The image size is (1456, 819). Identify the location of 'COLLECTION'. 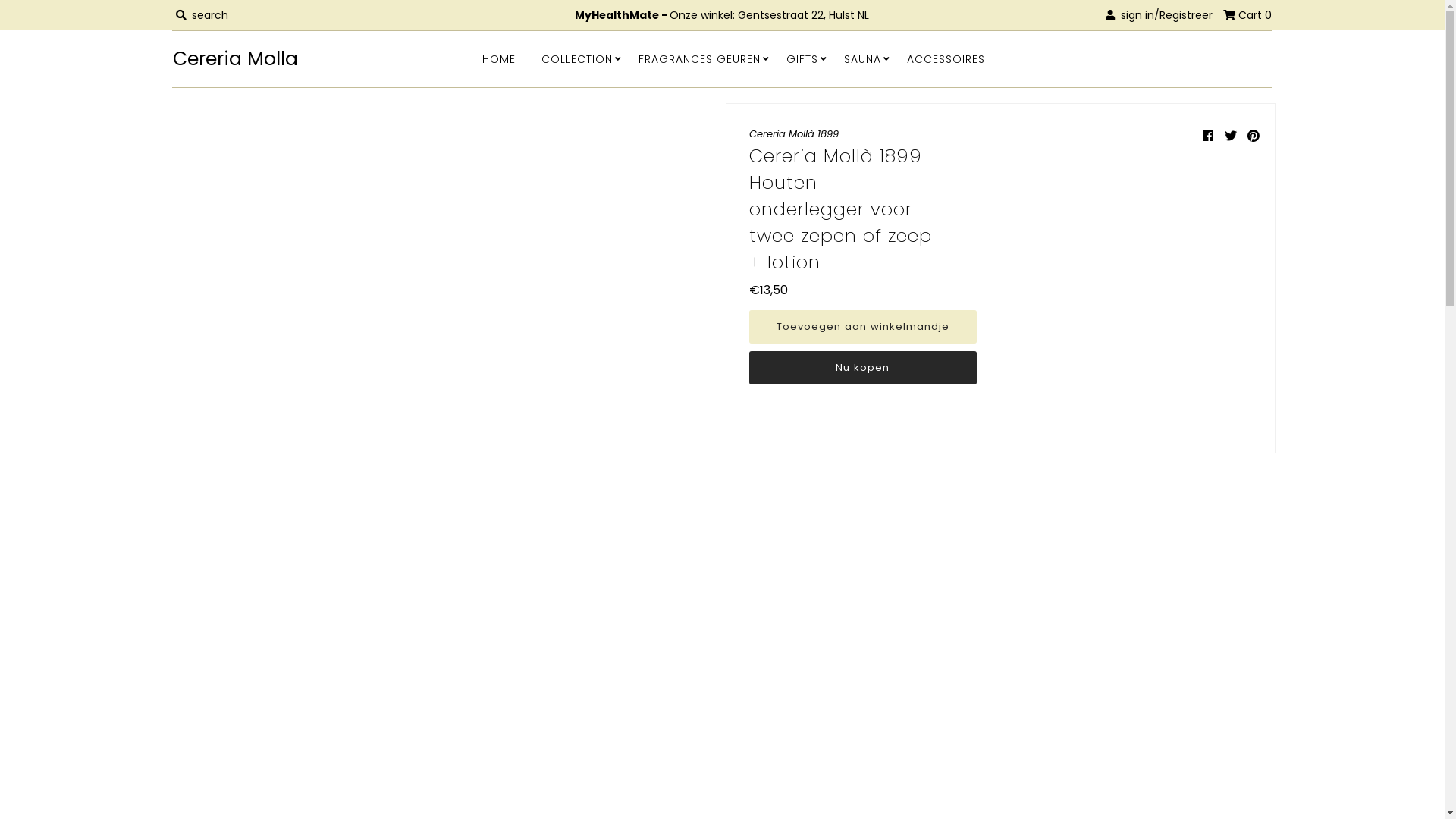
(576, 58).